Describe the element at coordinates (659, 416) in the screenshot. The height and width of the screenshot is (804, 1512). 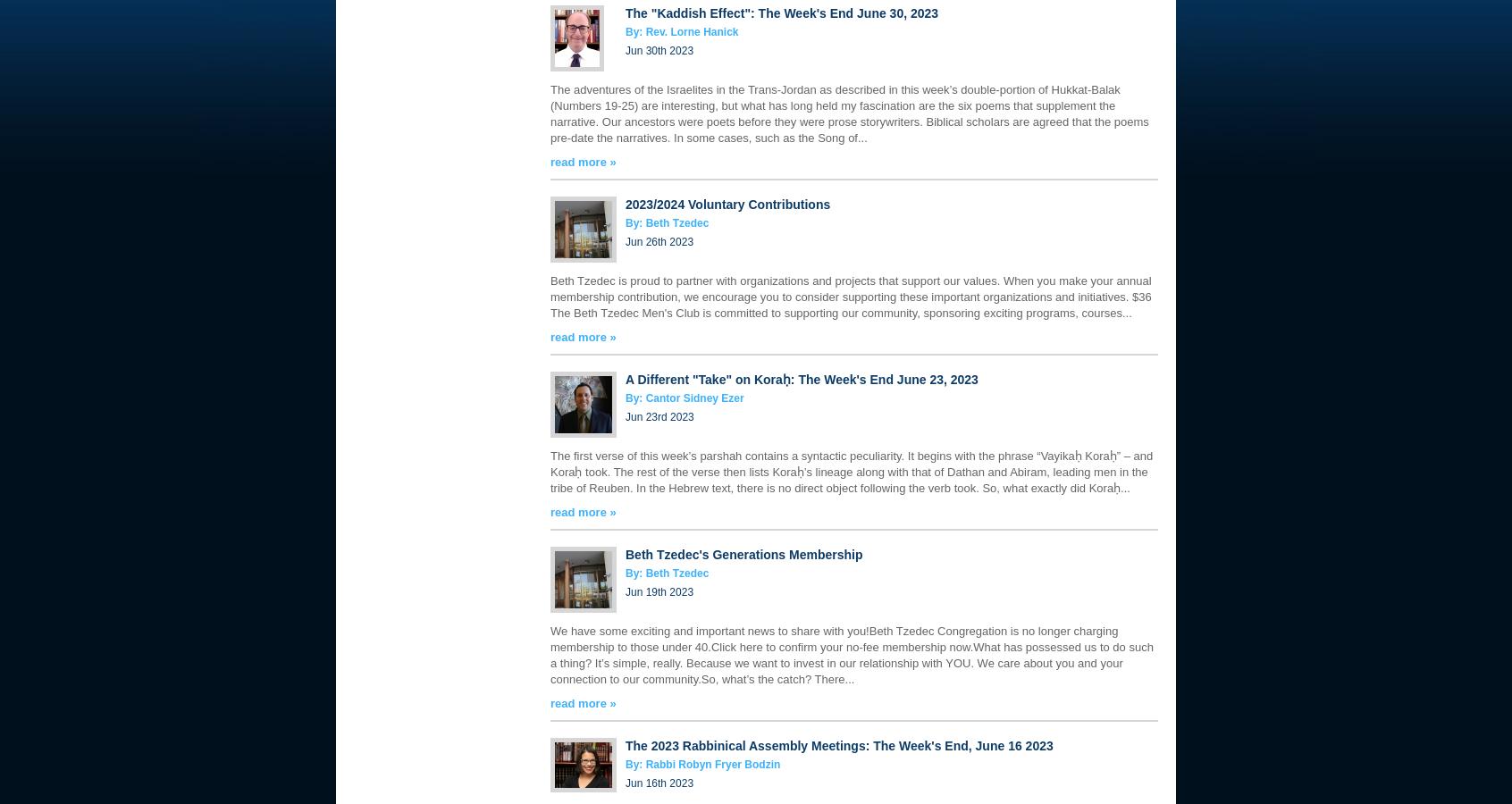
I see `'Jun 23rd 2023'` at that location.